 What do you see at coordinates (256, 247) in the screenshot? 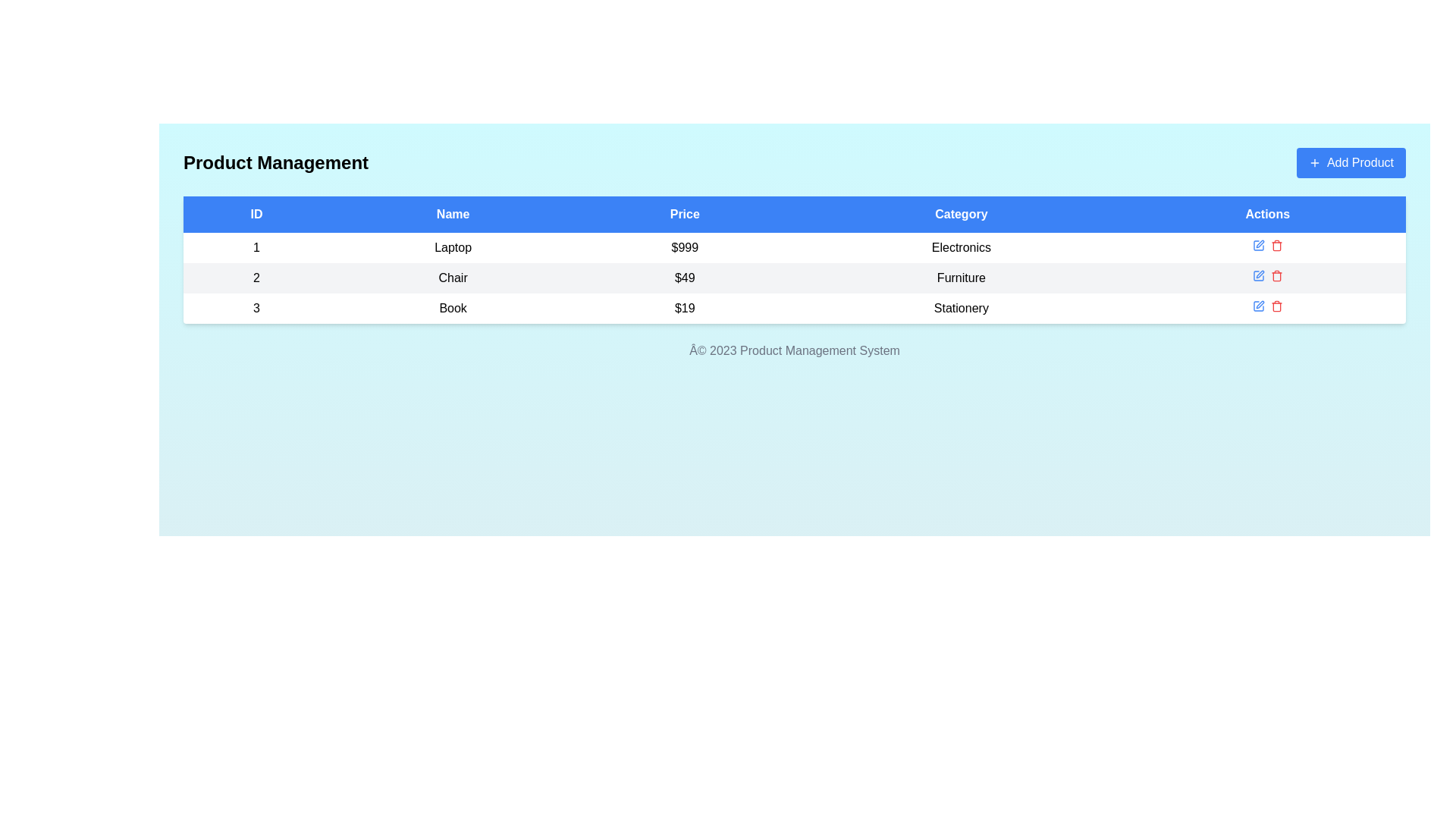
I see `the numeric label displaying the value '1' in the first column of the tabular row under the column header 'ID'` at bounding box center [256, 247].